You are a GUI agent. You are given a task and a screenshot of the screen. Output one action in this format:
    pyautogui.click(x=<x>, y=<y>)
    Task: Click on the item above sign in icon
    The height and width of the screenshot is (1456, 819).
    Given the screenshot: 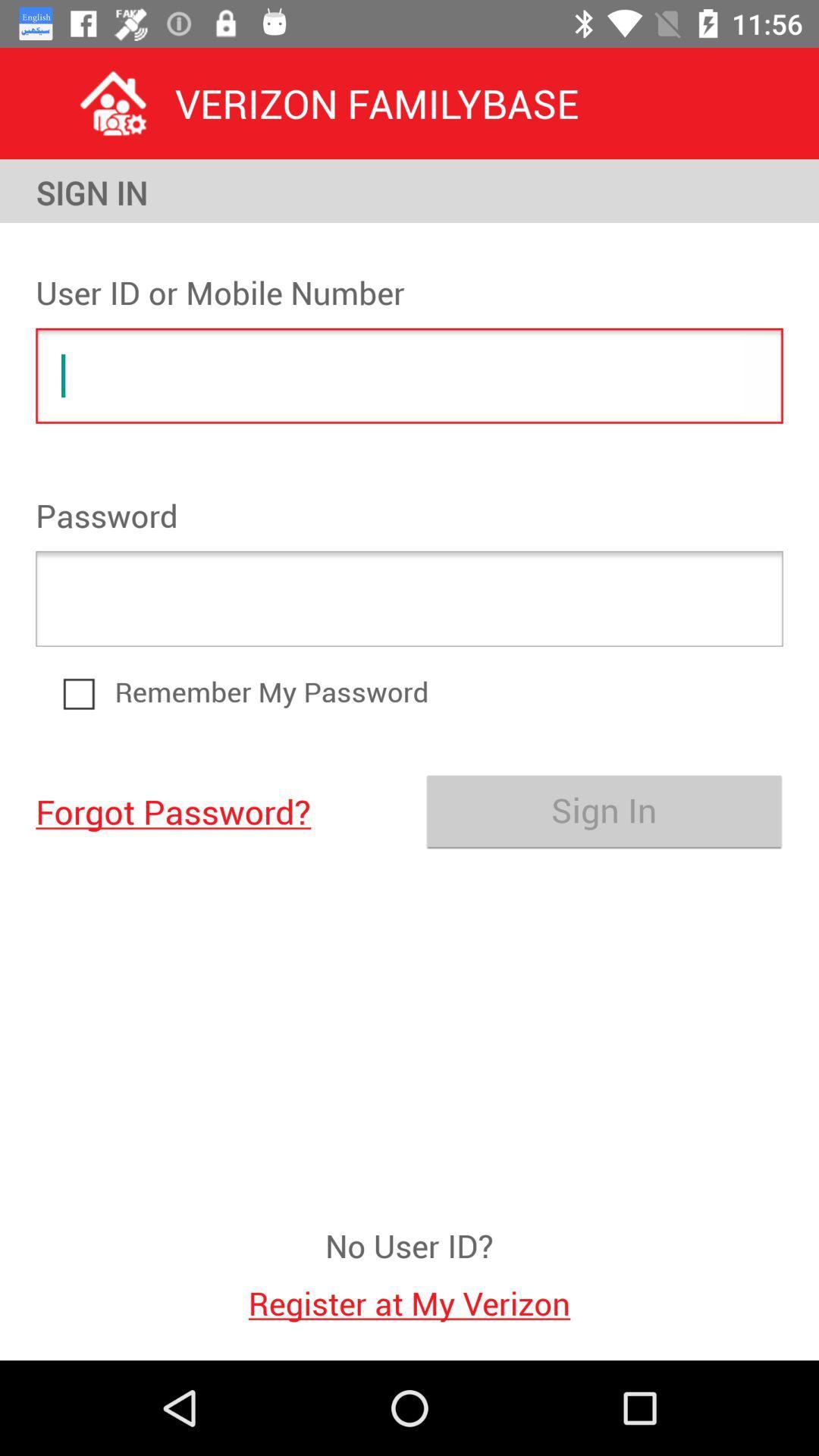 What is the action you would take?
    pyautogui.click(x=271, y=691)
    